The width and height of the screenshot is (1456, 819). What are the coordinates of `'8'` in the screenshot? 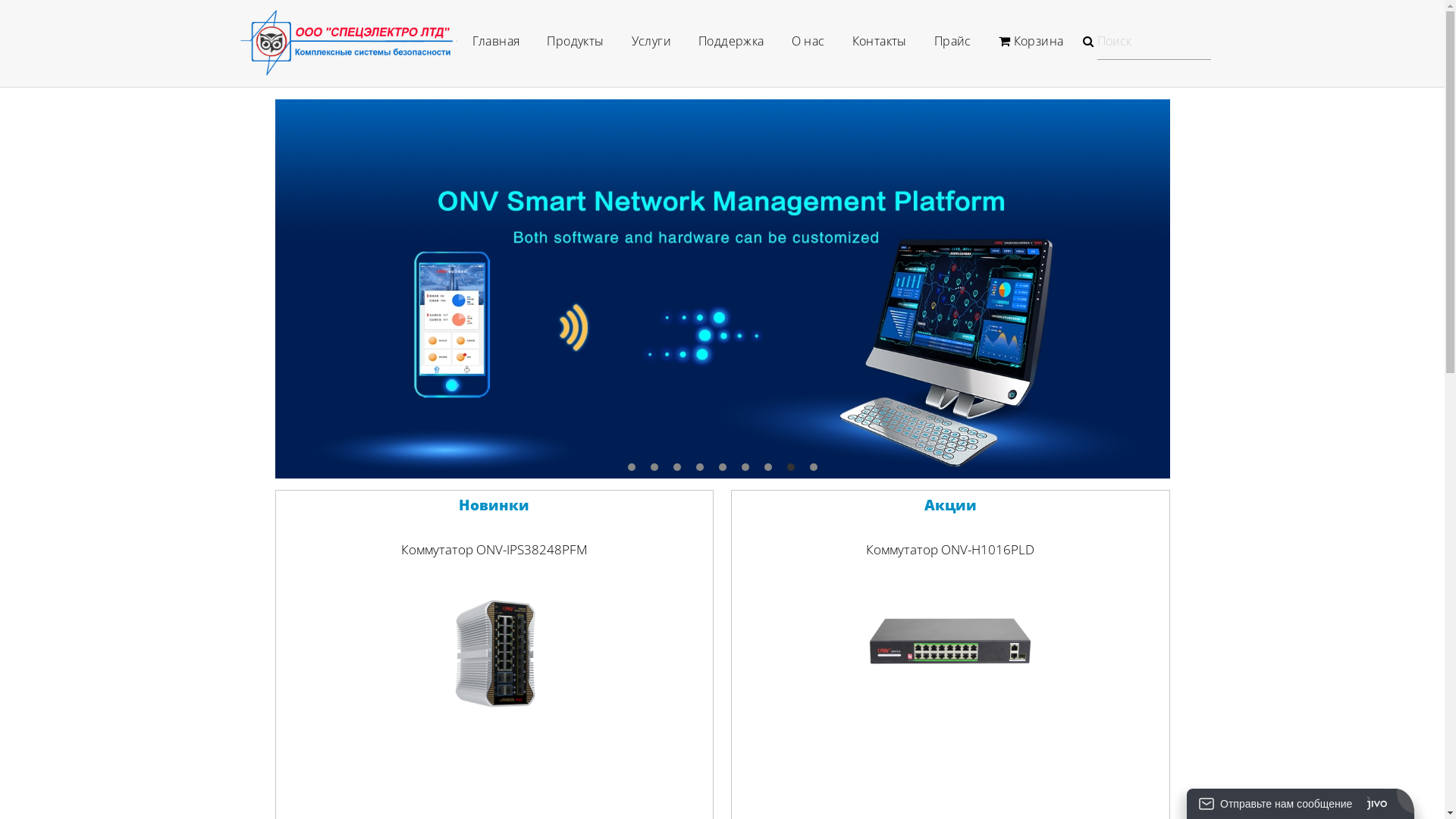 It's located at (789, 466).